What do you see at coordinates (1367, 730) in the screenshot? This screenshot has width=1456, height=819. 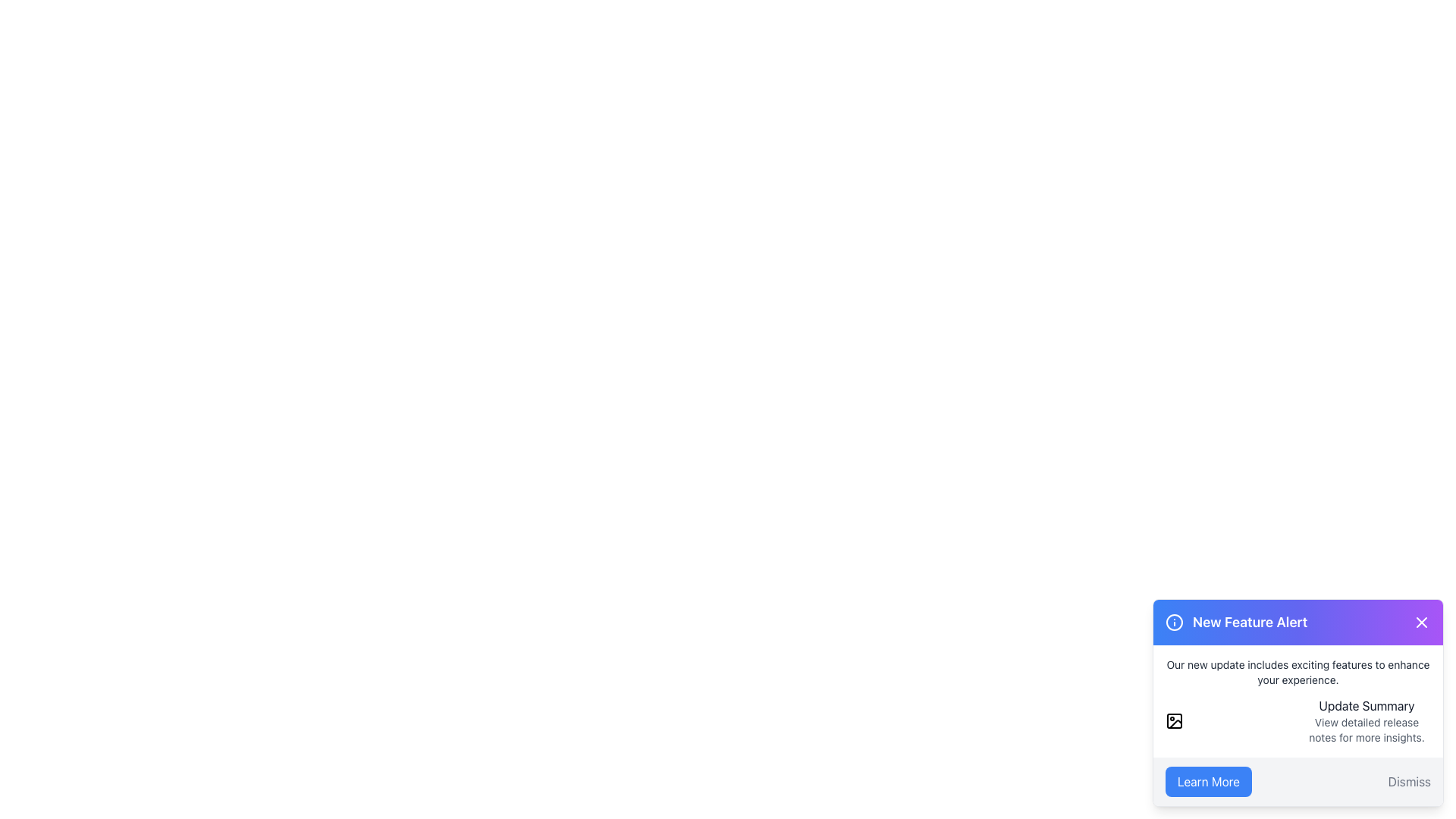 I see `the descriptive text located in the bottom-right section of the notification box, directly below the 'Update Summary' heading` at bounding box center [1367, 730].